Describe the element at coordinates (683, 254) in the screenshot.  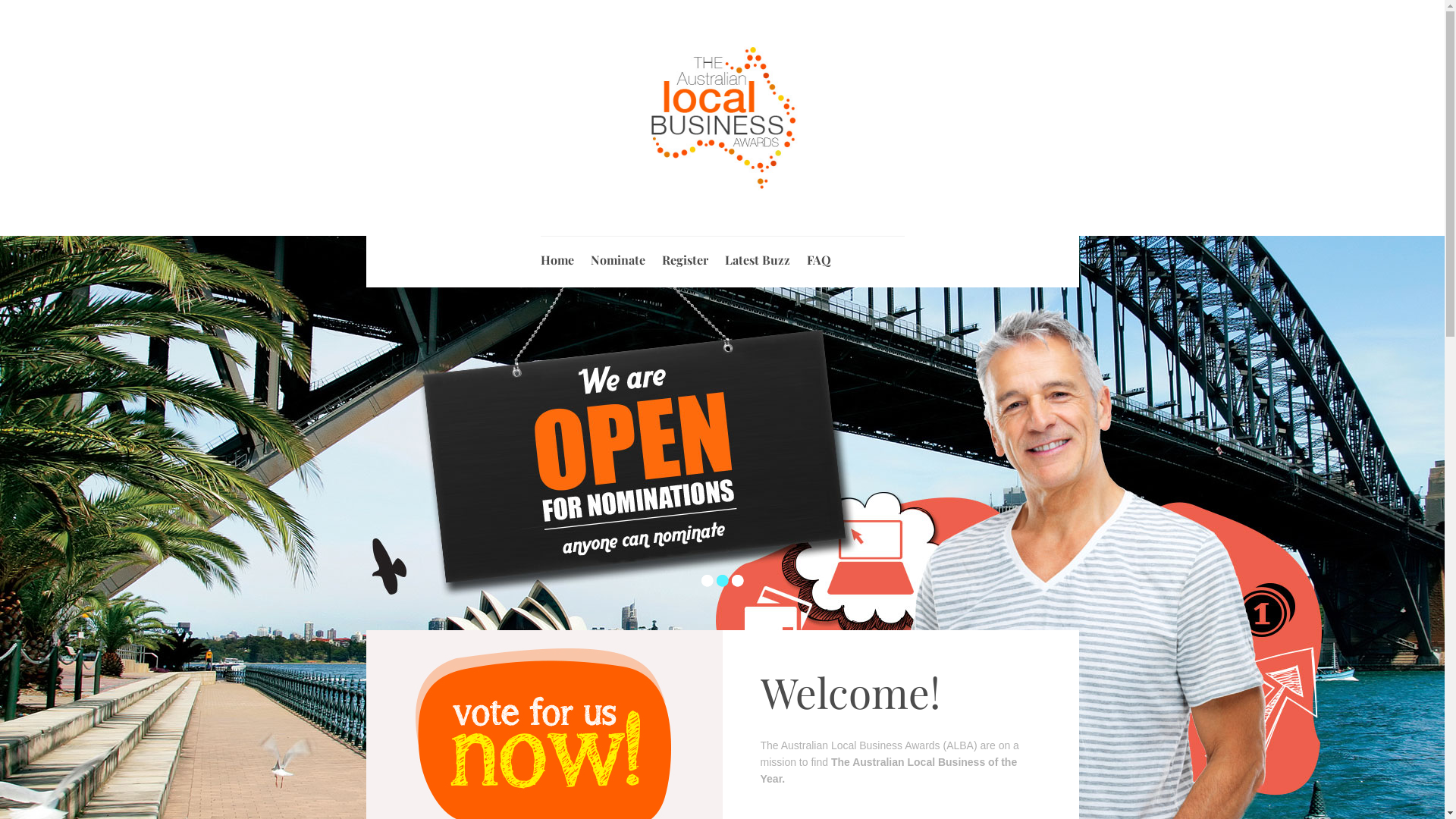
I see `'Register'` at that location.